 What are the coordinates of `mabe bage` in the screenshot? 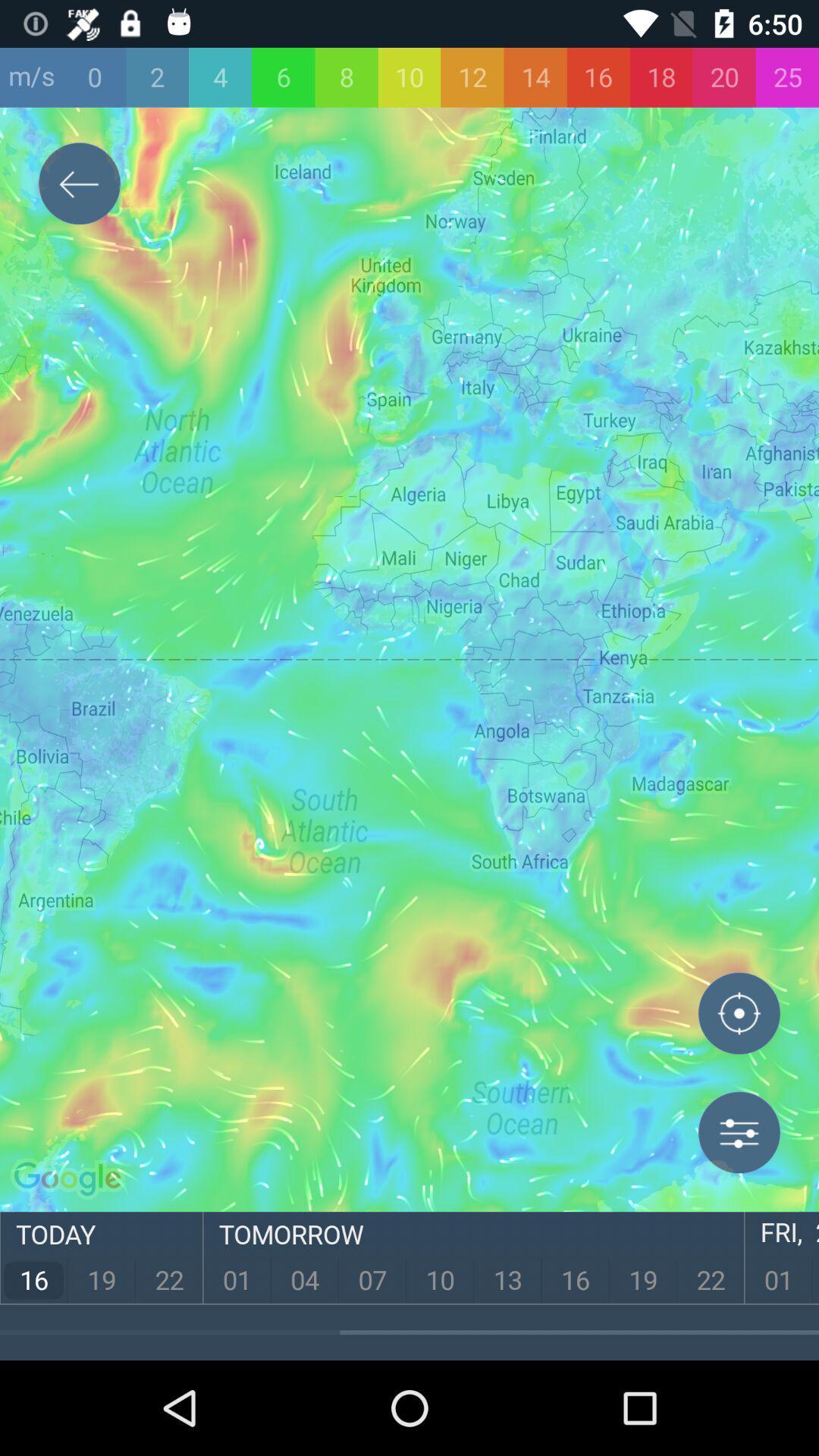 It's located at (739, 1016).